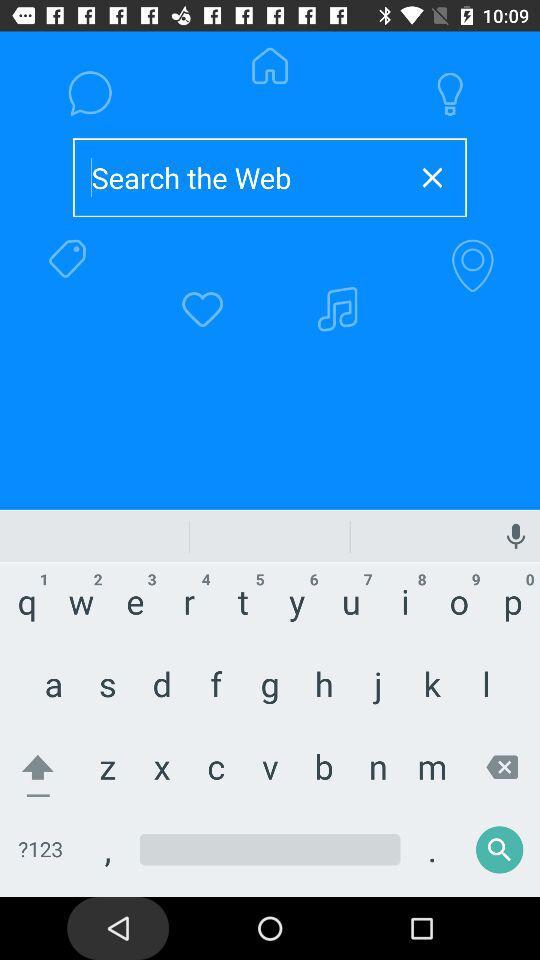 The height and width of the screenshot is (960, 540). I want to click on the home button above text field, so click(270, 89).